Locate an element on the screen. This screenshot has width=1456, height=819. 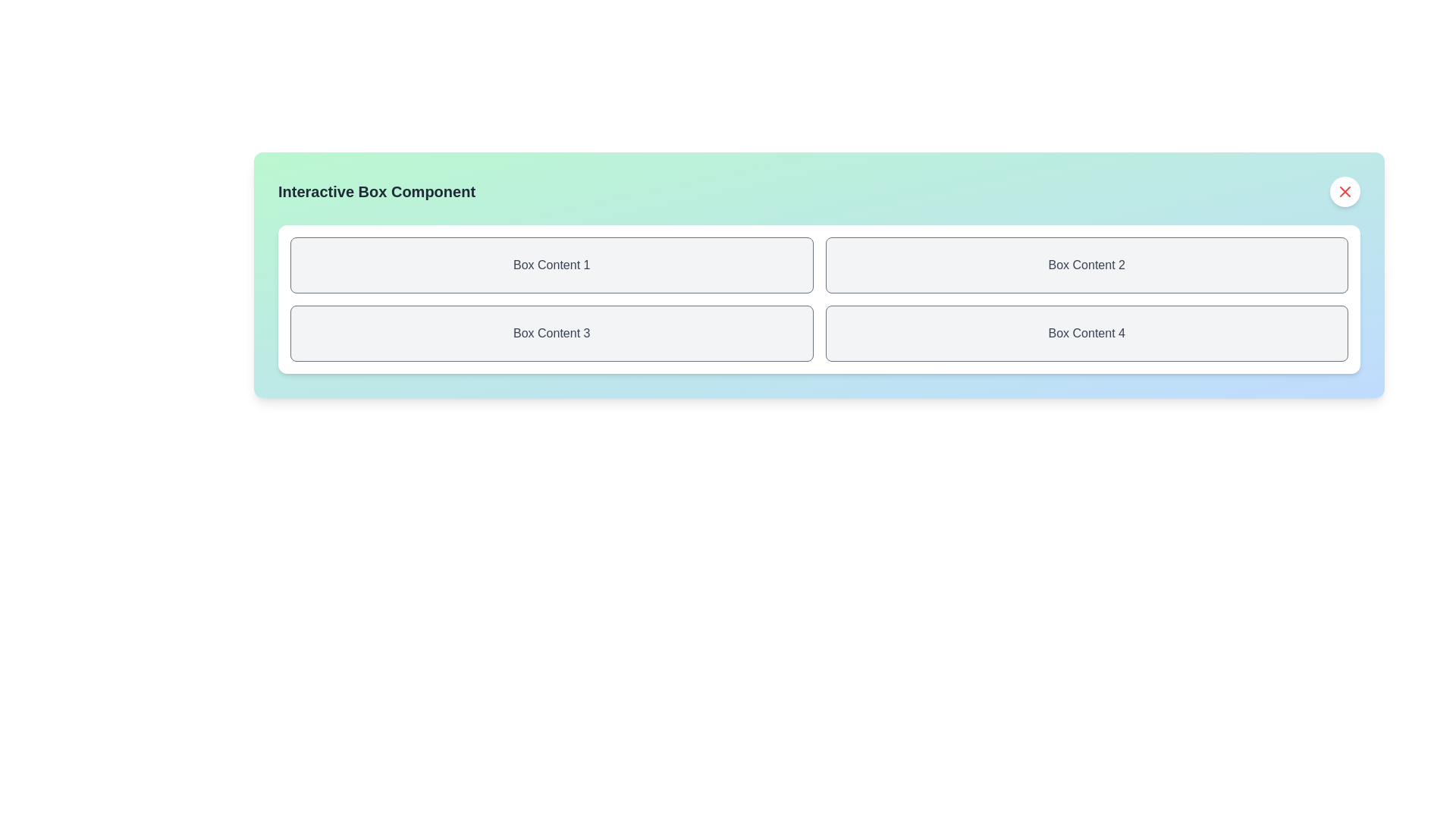
styling of the Text Label located in the bottom-right corner of the fourth section of the grid layout is located at coordinates (1086, 332).